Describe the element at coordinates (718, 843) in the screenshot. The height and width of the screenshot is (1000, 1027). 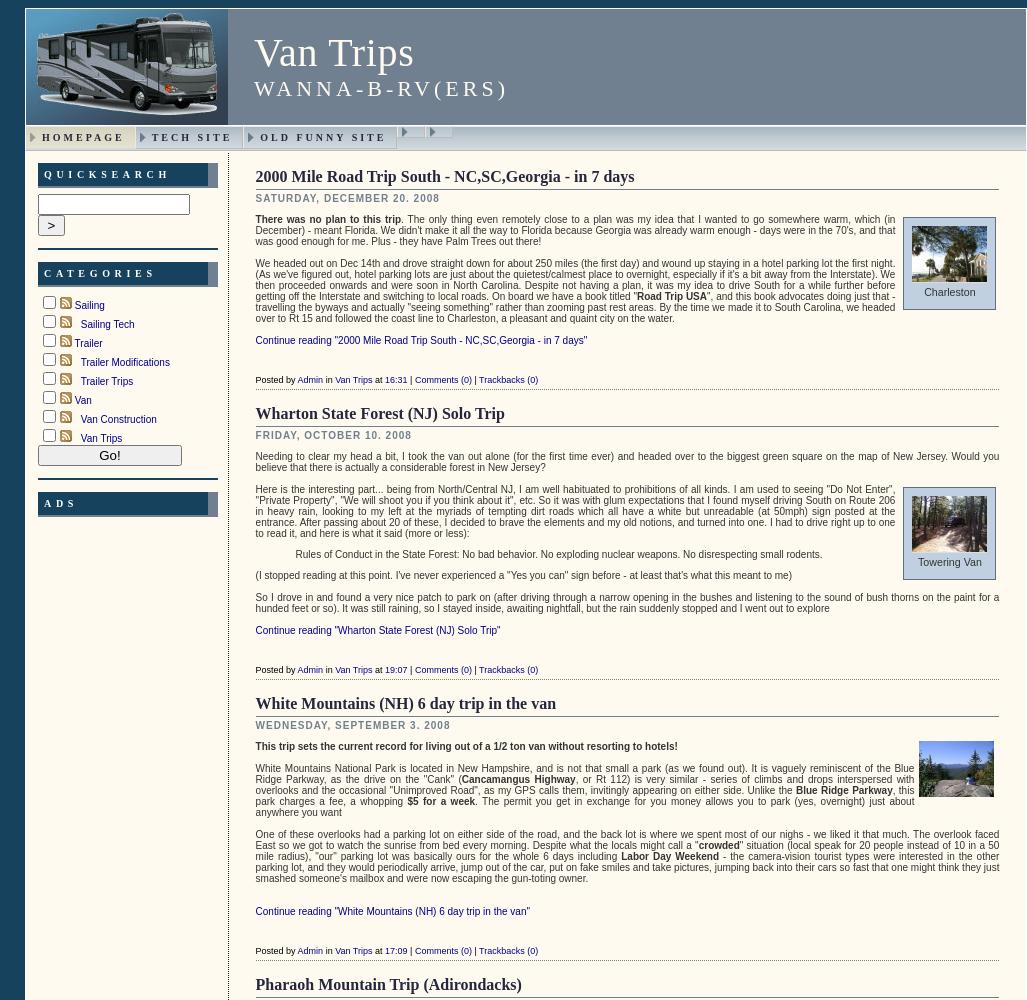
I see `'crowded'` at that location.